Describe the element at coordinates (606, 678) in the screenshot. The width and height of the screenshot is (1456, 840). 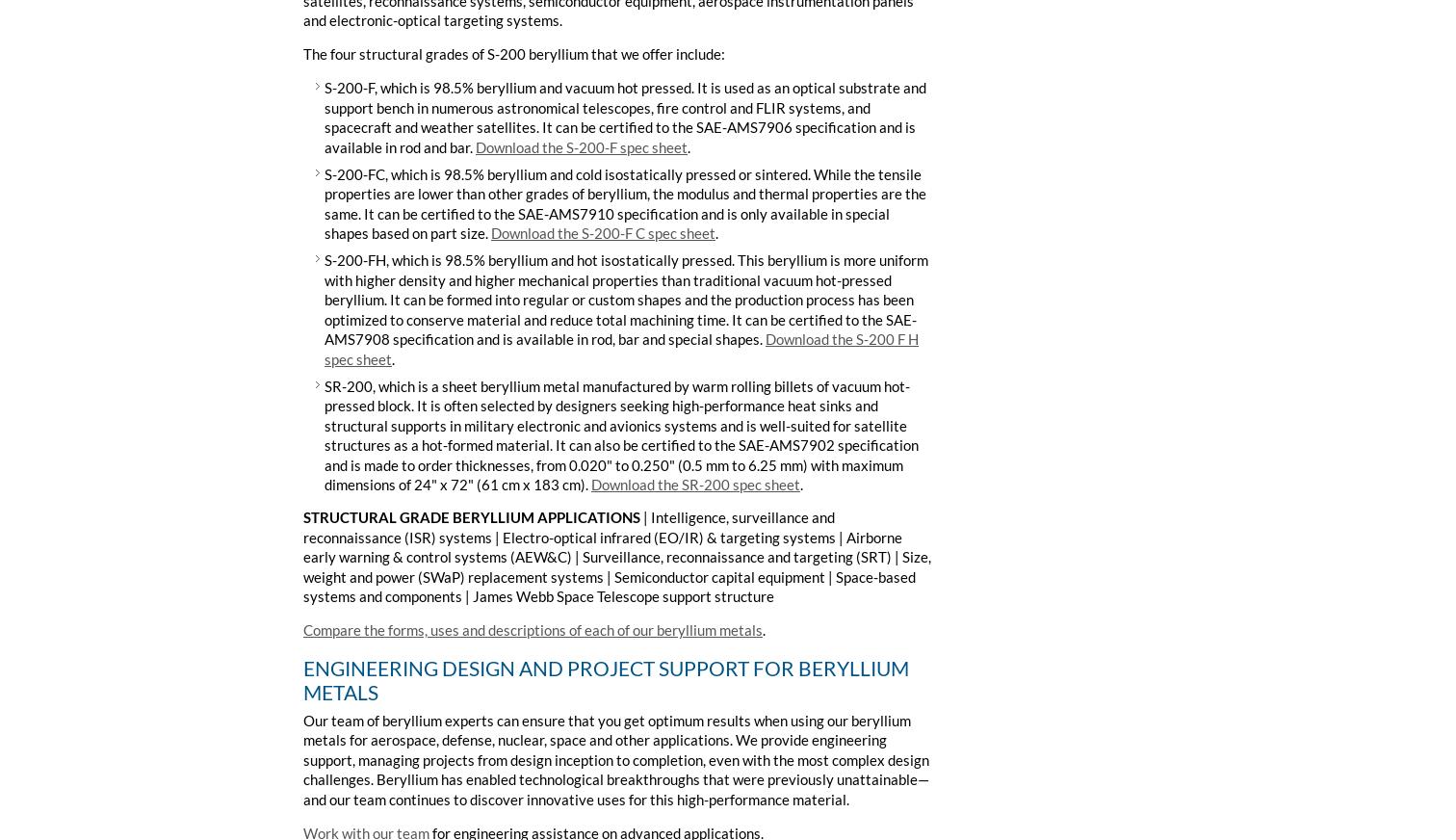
I see `'ENGINEERING DESIGN AND PROJECT SUPPORT FOR BERYLLIUM METALS'` at that location.